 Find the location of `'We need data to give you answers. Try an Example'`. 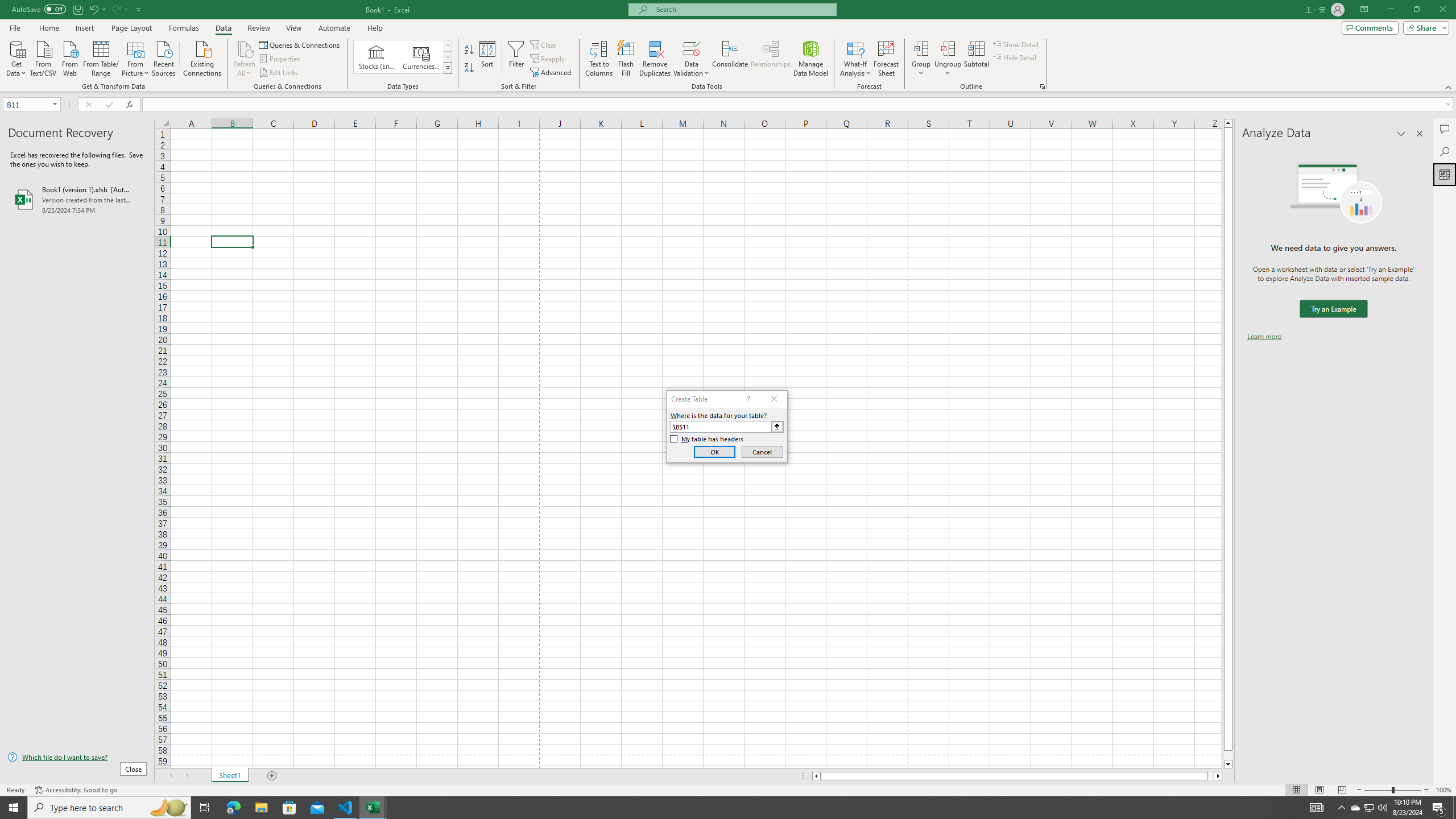

'We need data to give you answers. Try an Example' is located at coordinates (1333, 309).